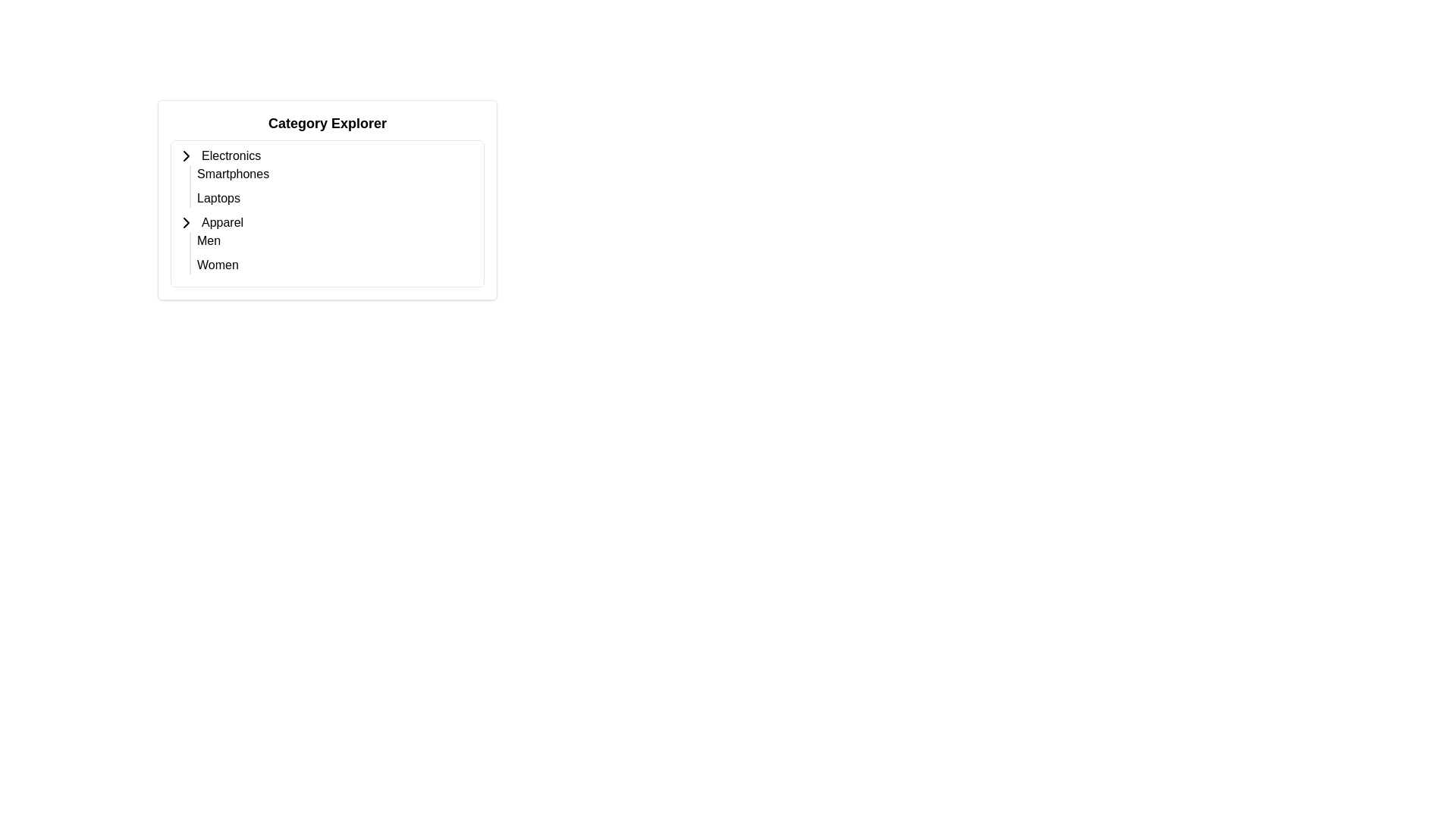 The image size is (1456, 819). What do you see at coordinates (217, 265) in the screenshot?
I see `the 'Women' label in the 'Apparel' subgroup of the 'Category Explorer' menu, which is located directly below the 'Men' label` at bounding box center [217, 265].